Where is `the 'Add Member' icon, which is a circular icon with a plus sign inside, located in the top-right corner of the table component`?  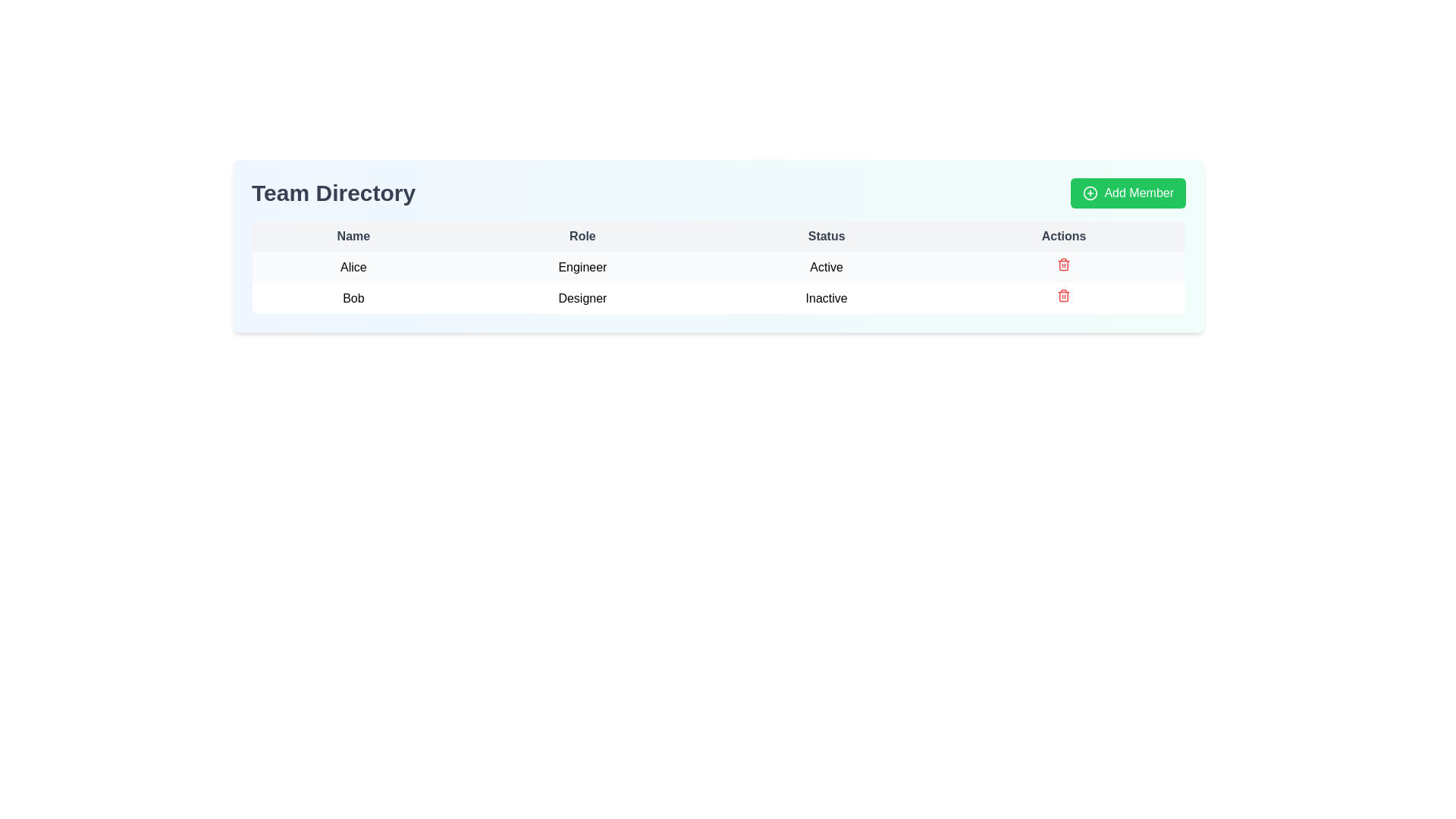 the 'Add Member' icon, which is a circular icon with a plus sign inside, located in the top-right corner of the table component is located at coordinates (1090, 192).